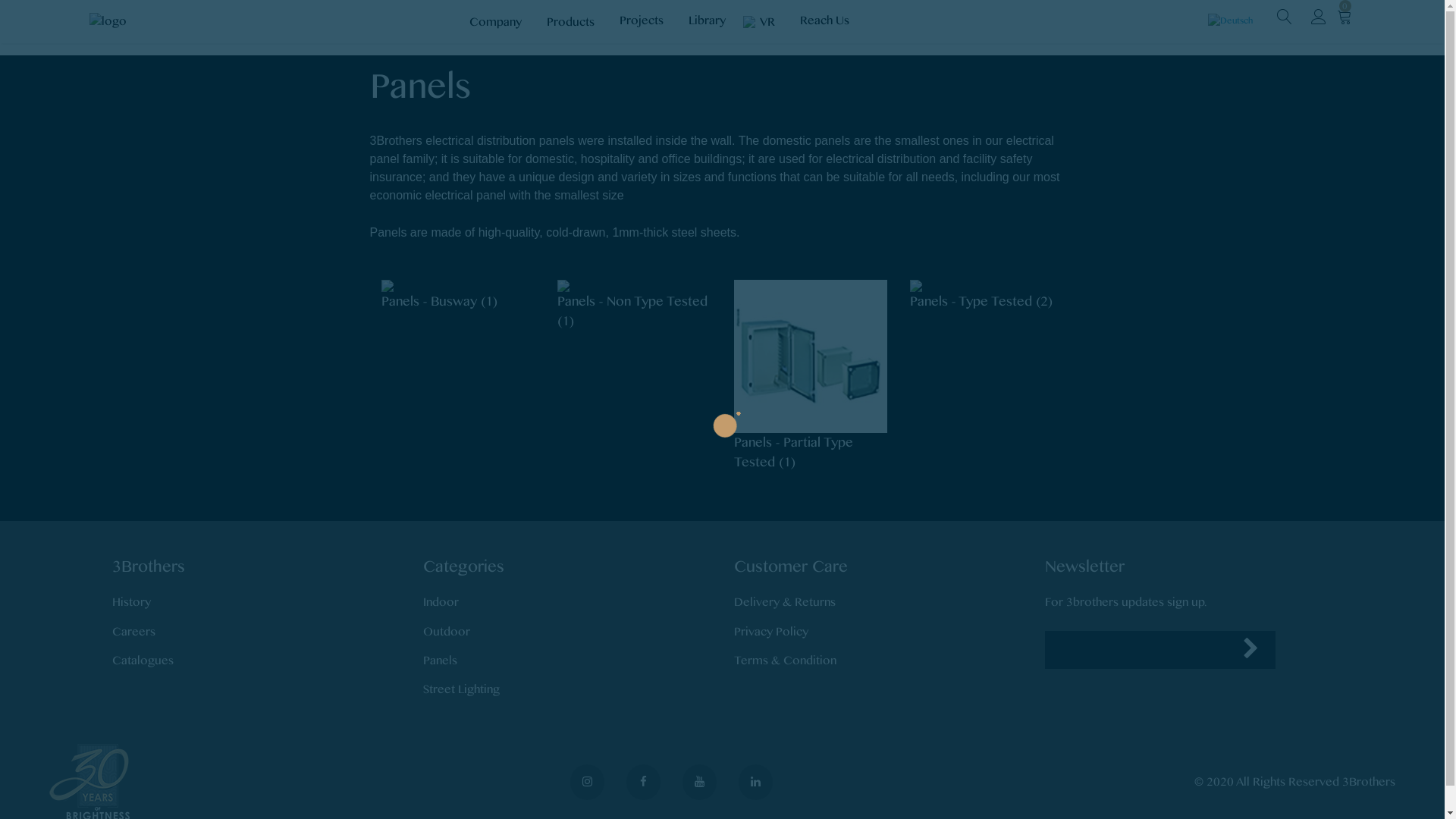 The height and width of the screenshot is (819, 1456). Describe the element at coordinates (457, 21) in the screenshot. I see `'Company'` at that location.